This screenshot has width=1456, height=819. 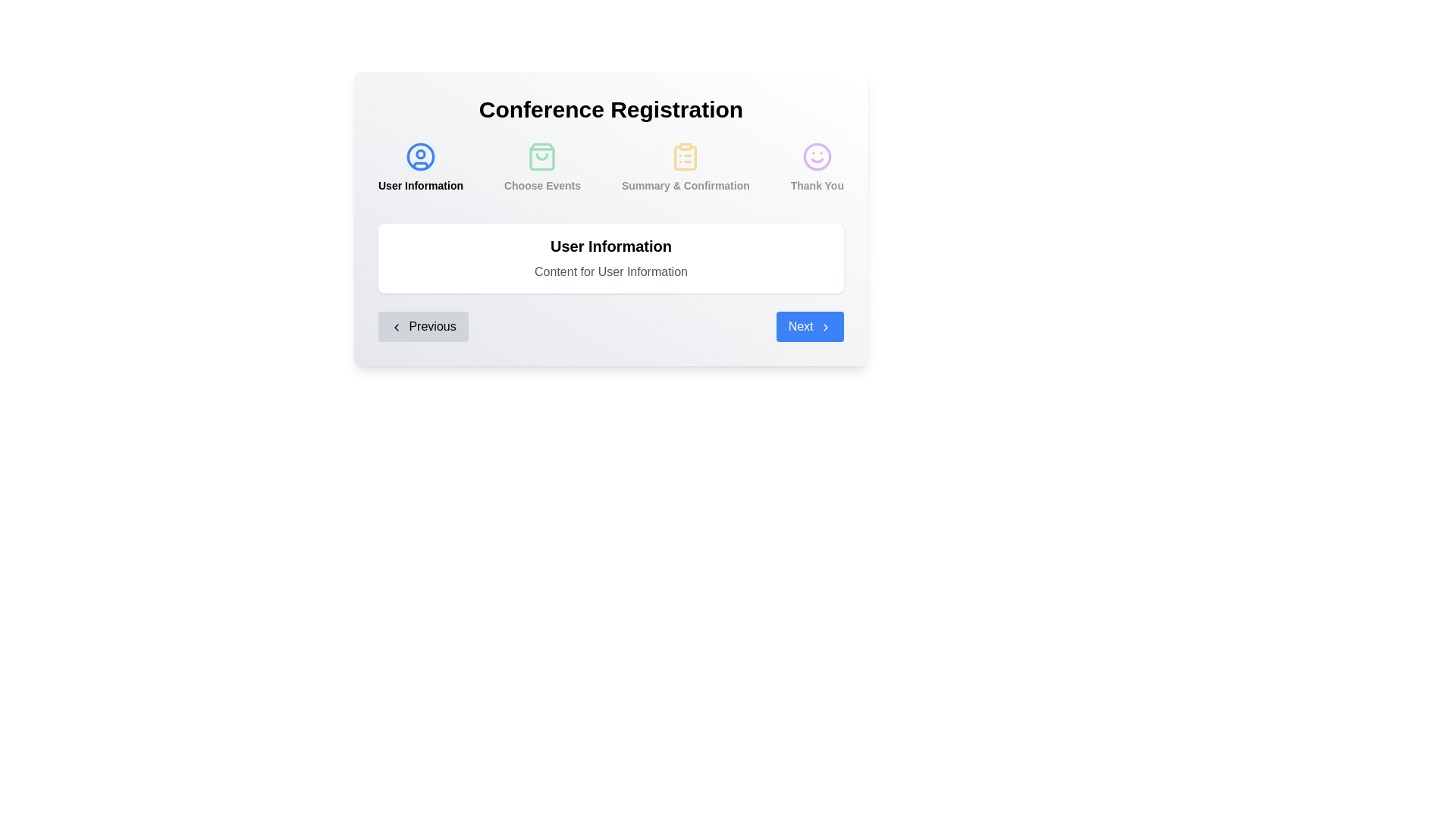 I want to click on the Text label that provides additional information related to the 'User Information' section, located below the 'User Information' header, so click(x=611, y=271).